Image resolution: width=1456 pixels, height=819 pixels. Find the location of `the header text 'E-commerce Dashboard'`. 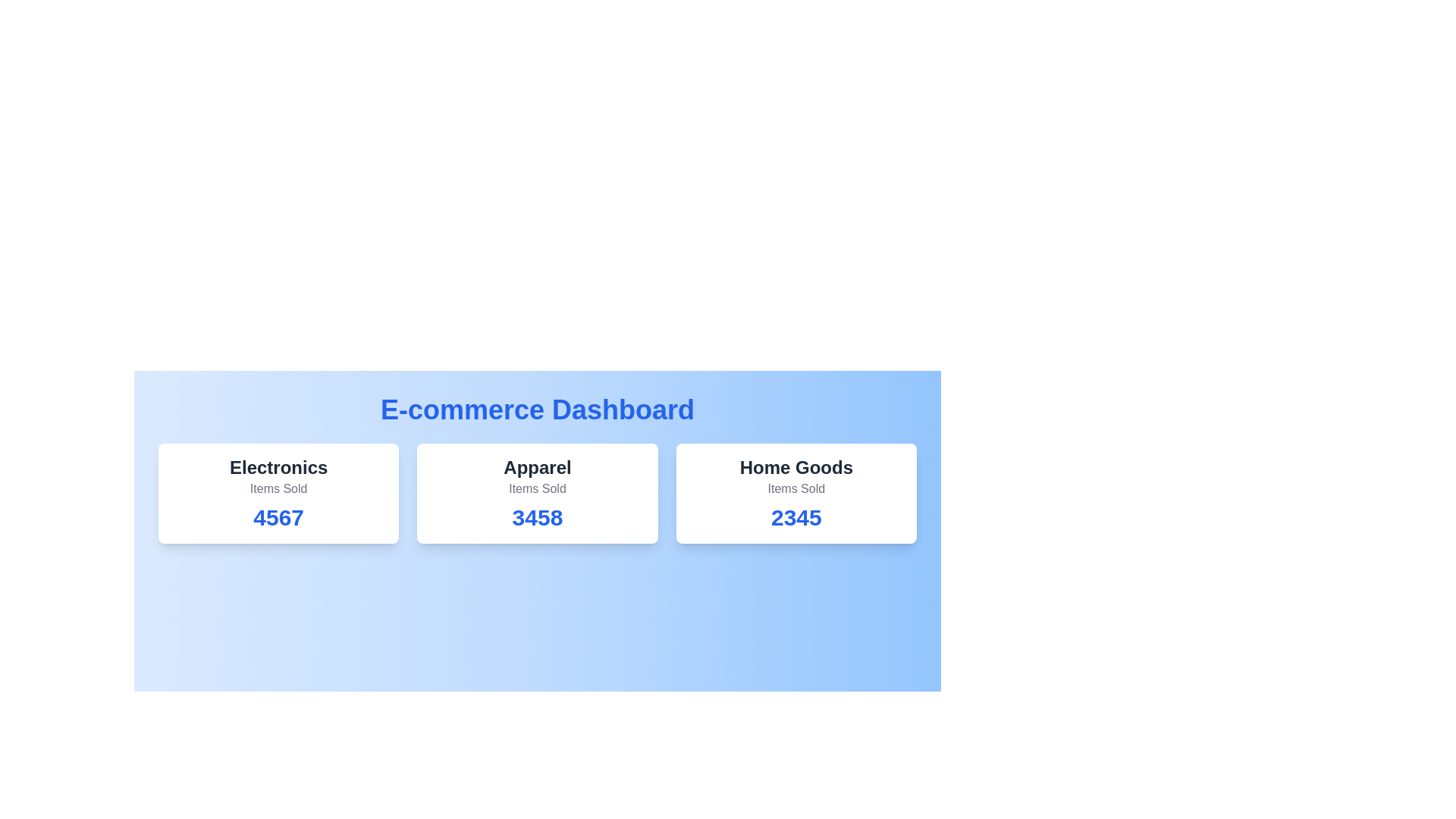

the header text 'E-commerce Dashboard' is located at coordinates (538, 409).